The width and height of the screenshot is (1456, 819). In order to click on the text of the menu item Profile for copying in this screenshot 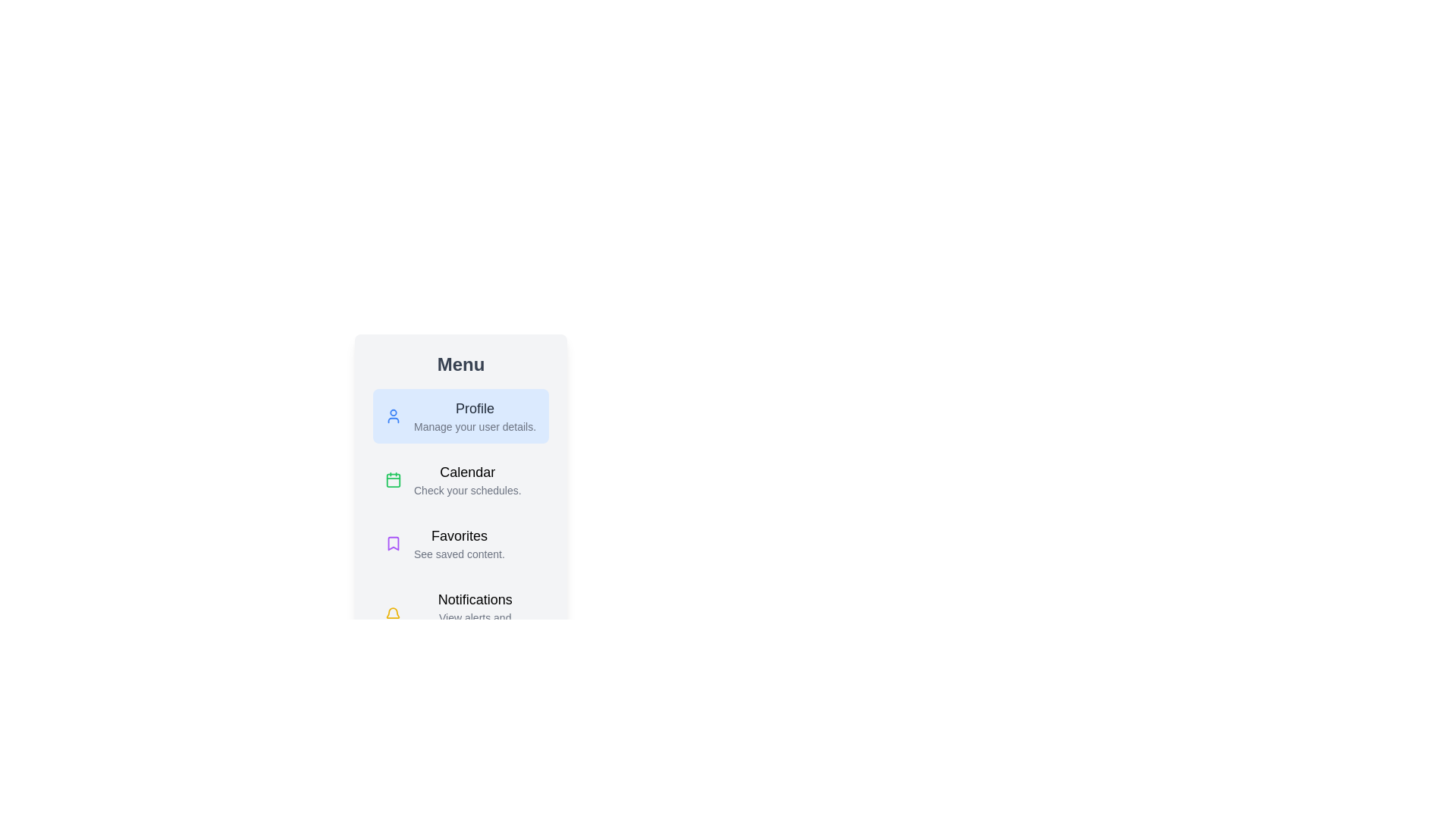, I will do `click(460, 416)`.